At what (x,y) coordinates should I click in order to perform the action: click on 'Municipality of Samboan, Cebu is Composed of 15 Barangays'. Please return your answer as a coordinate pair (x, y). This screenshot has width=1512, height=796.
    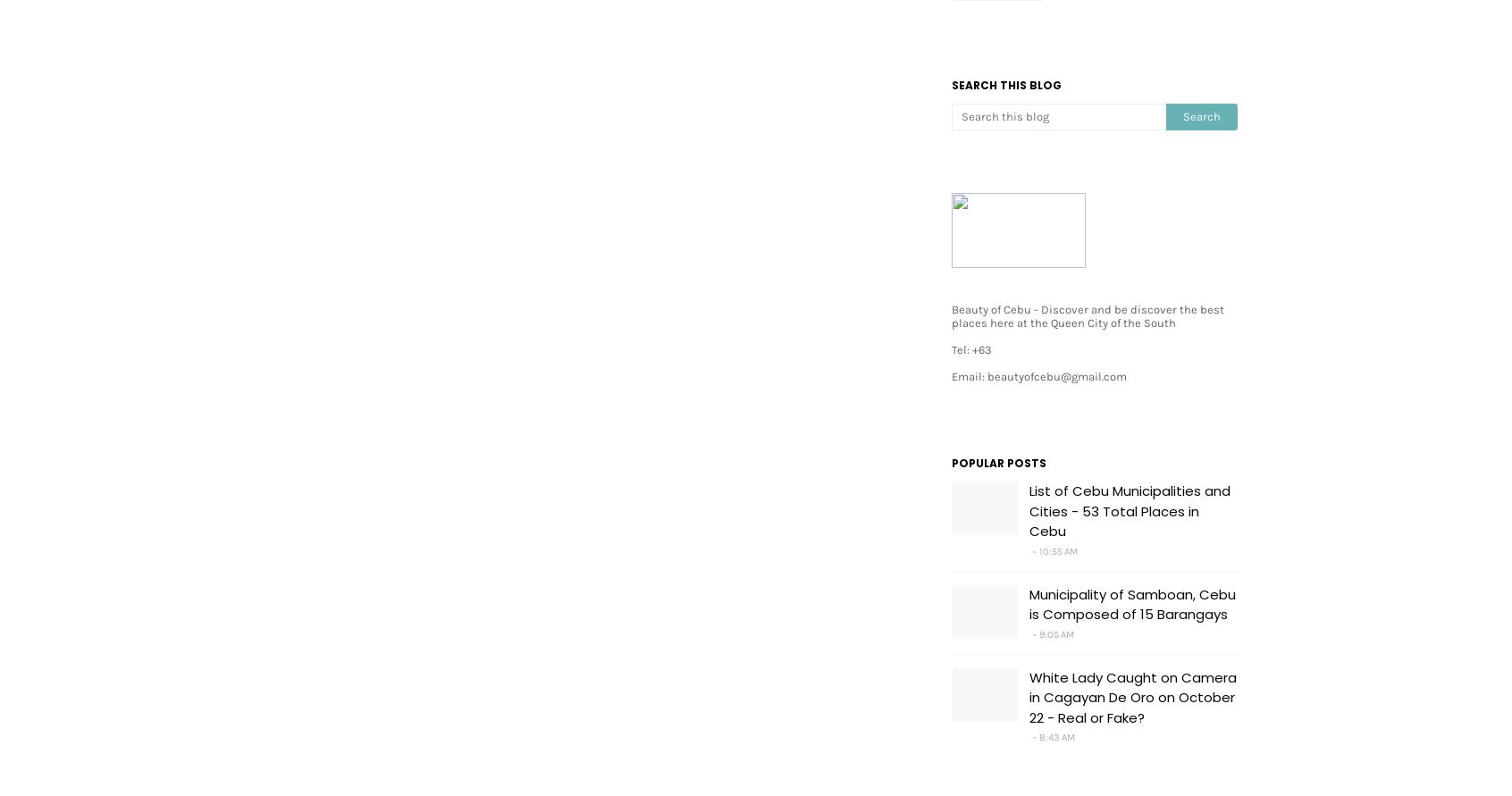
    Looking at the image, I should click on (1132, 603).